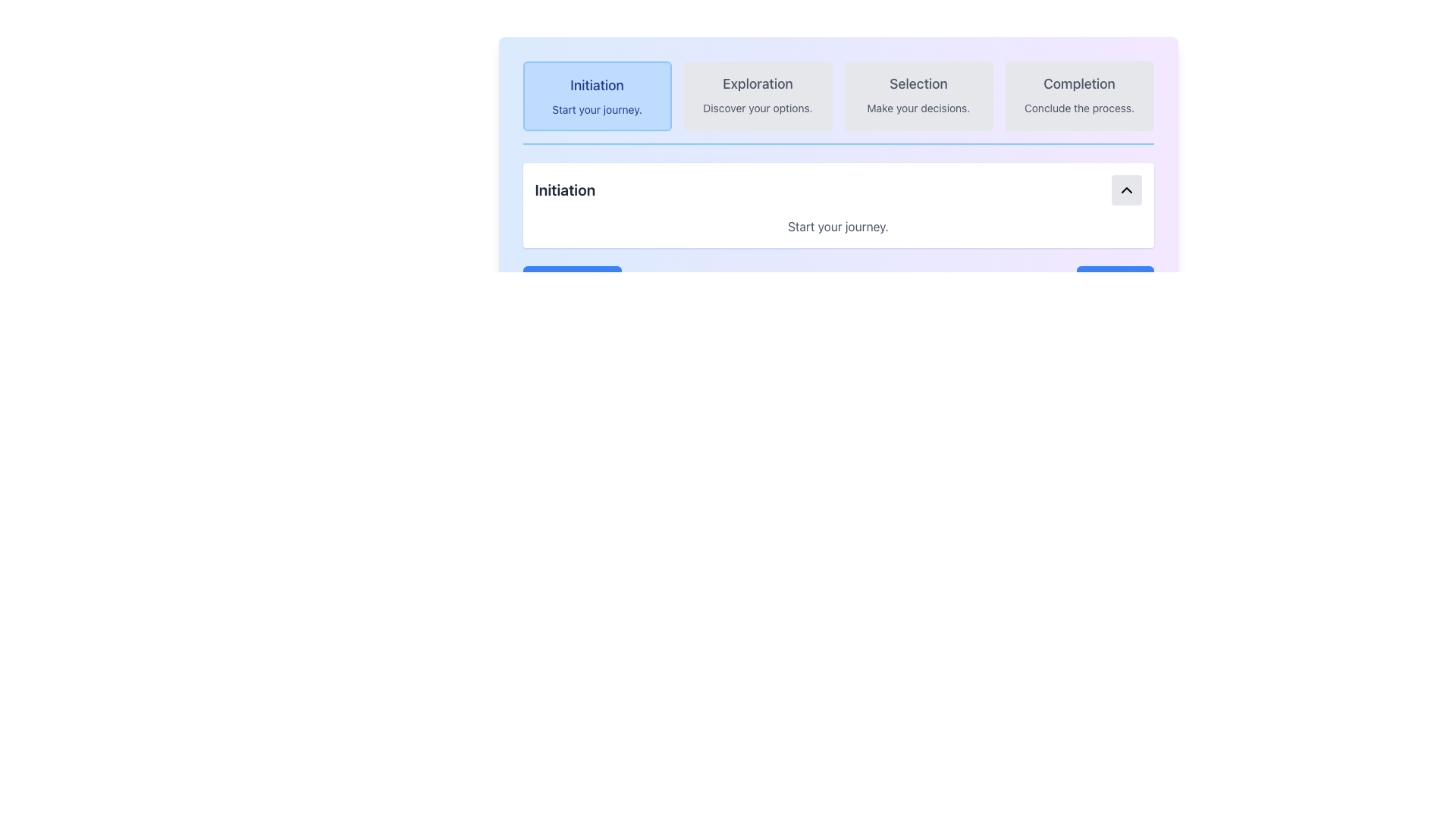 The image size is (1456, 819). Describe the element at coordinates (837, 205) in the screenshot. I see `the section describing the first step in the process, located directly below the 'Initiation Start your journey.' card` at that location.